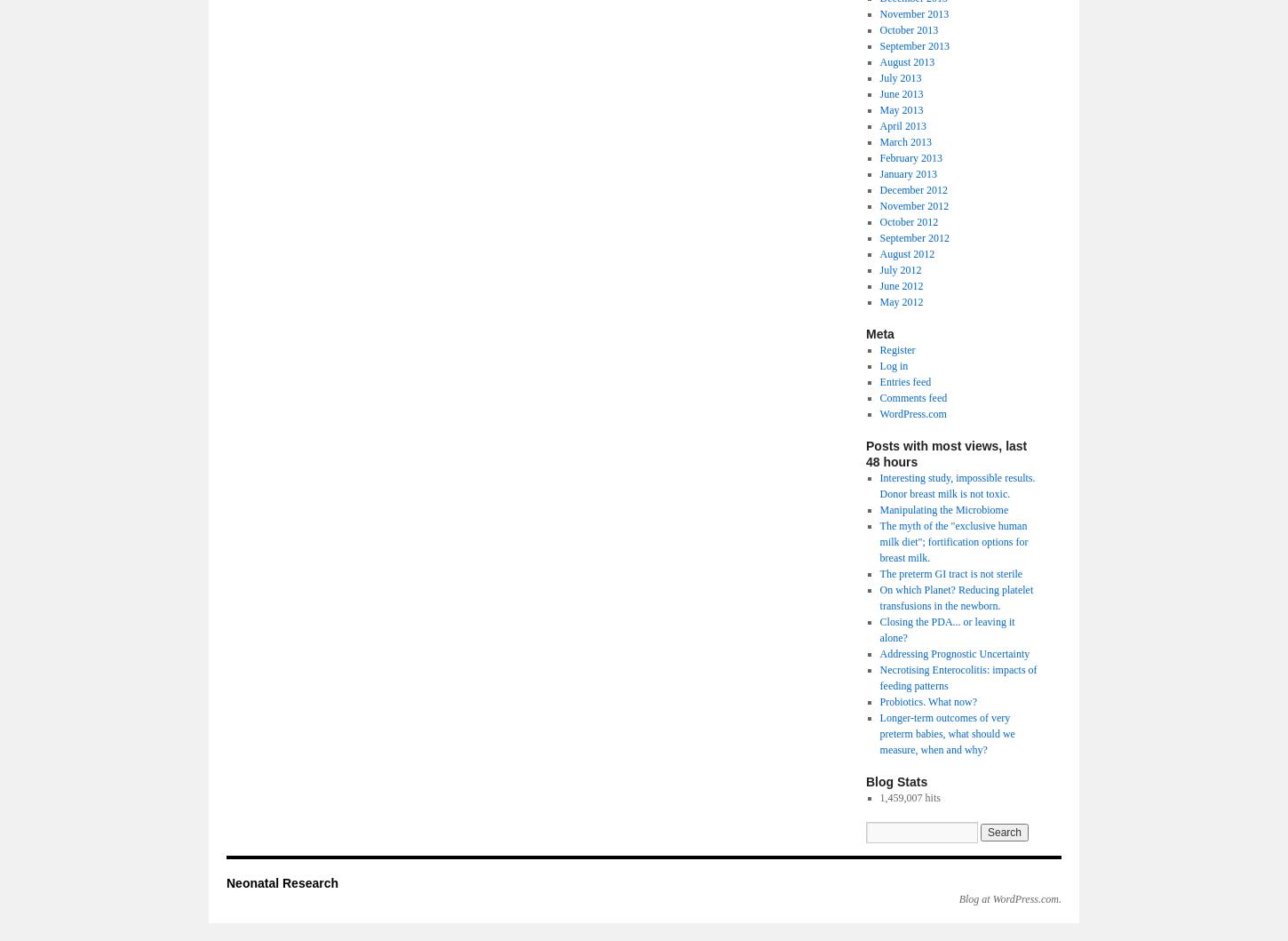  What do you see at coordinates (943, 508) in the screenshot?
I see `'Manipulating the Microbiome'` at bounding box center [943, 508].